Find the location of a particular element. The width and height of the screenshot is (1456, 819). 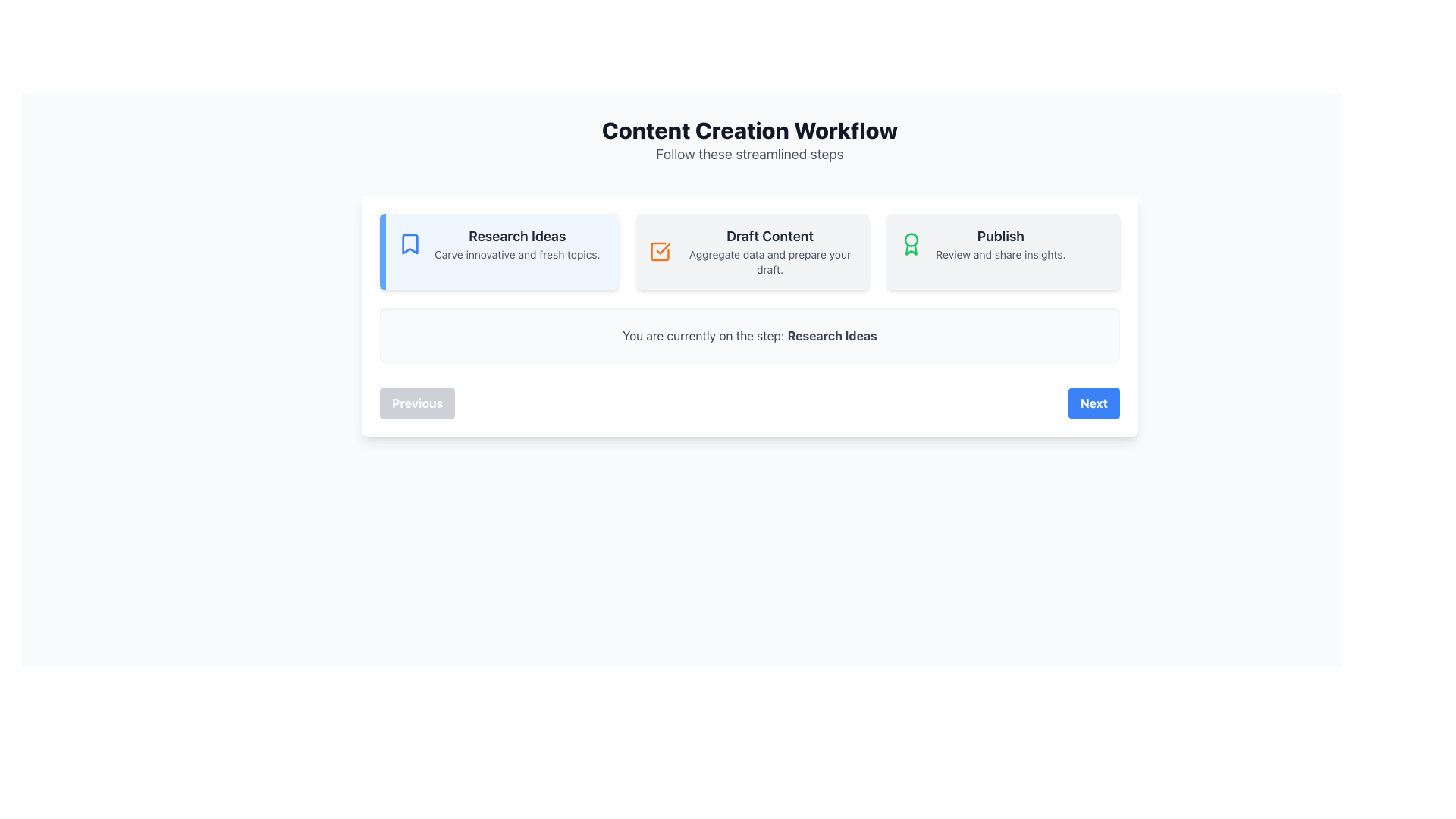

the 'Publish' text label located in the upper-right corner of the main content area within a card is located at coordinates (1001, 237).